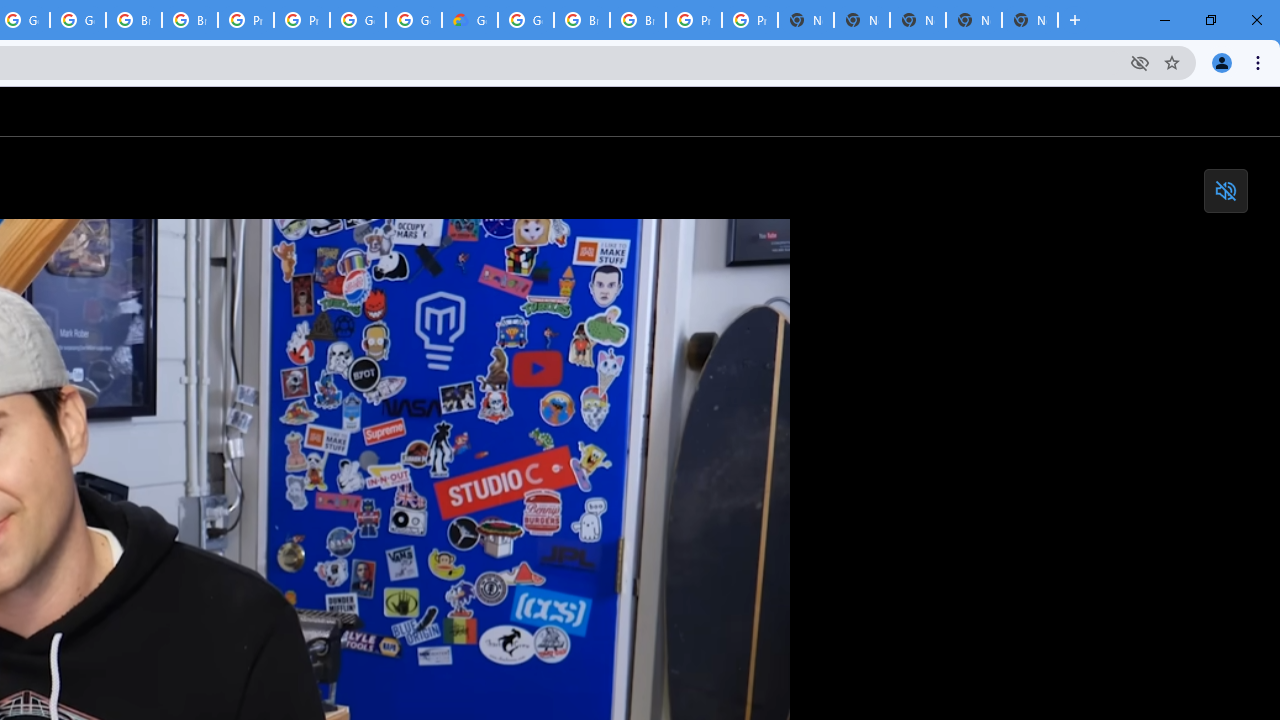 Image resolution: width=1280 pixels, height=720 pixels. I want to click on 'Google Cloud Platform', so click(526, 20).